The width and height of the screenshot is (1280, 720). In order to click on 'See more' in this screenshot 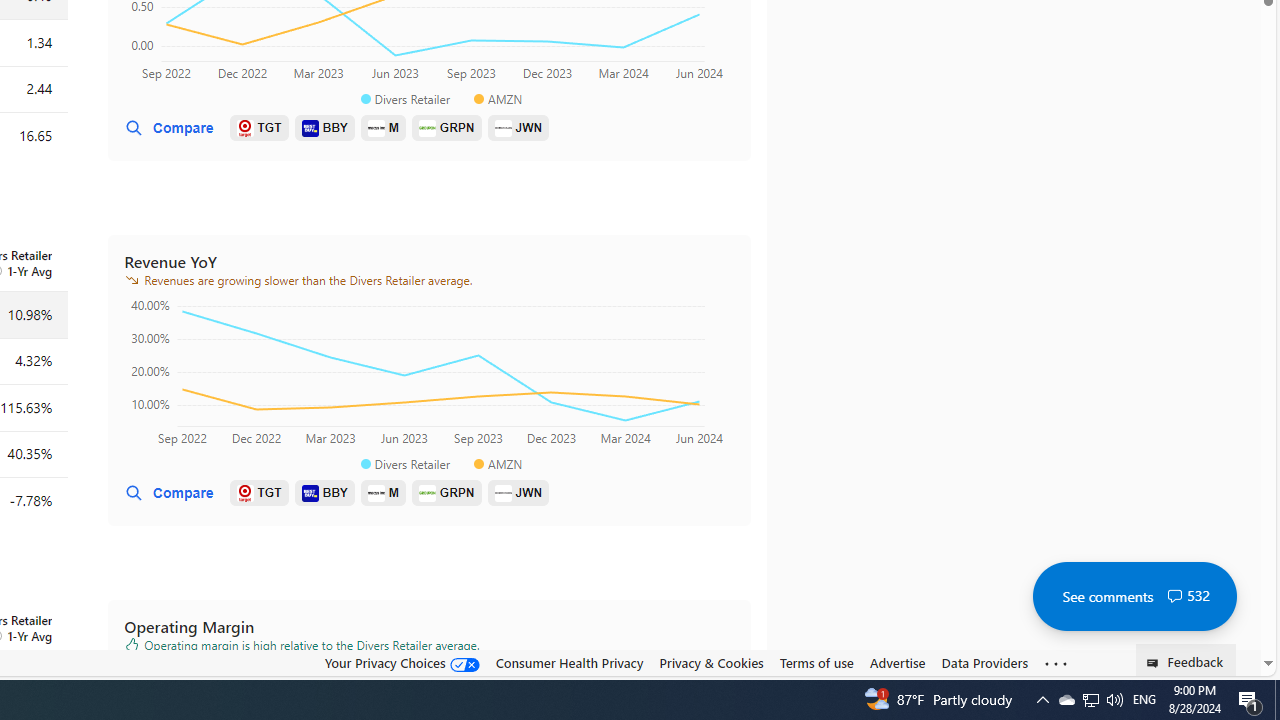, I will do `click(1055, 664)`.